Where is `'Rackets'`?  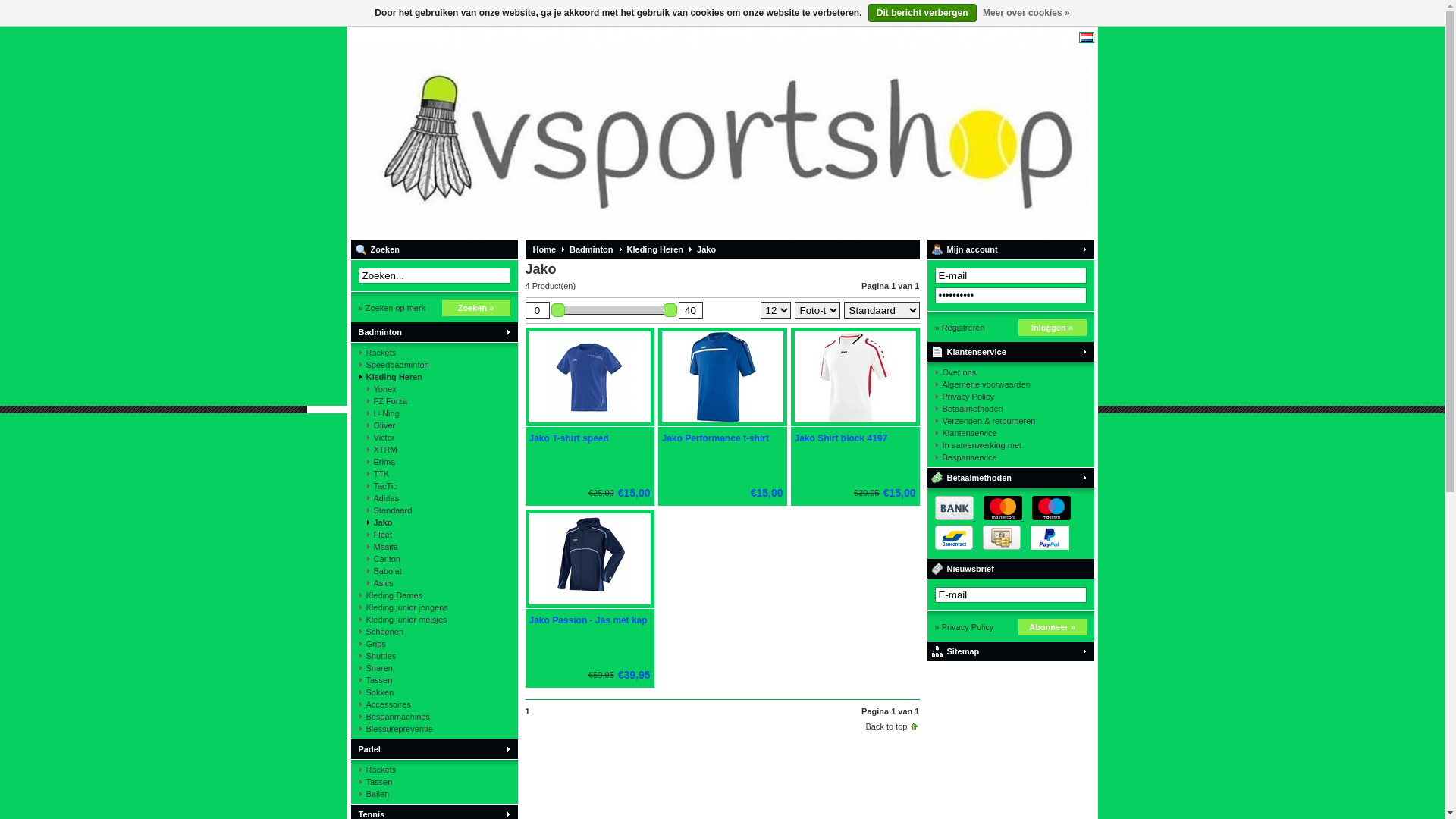
'Rackets' is located at coordinates (432, 353).